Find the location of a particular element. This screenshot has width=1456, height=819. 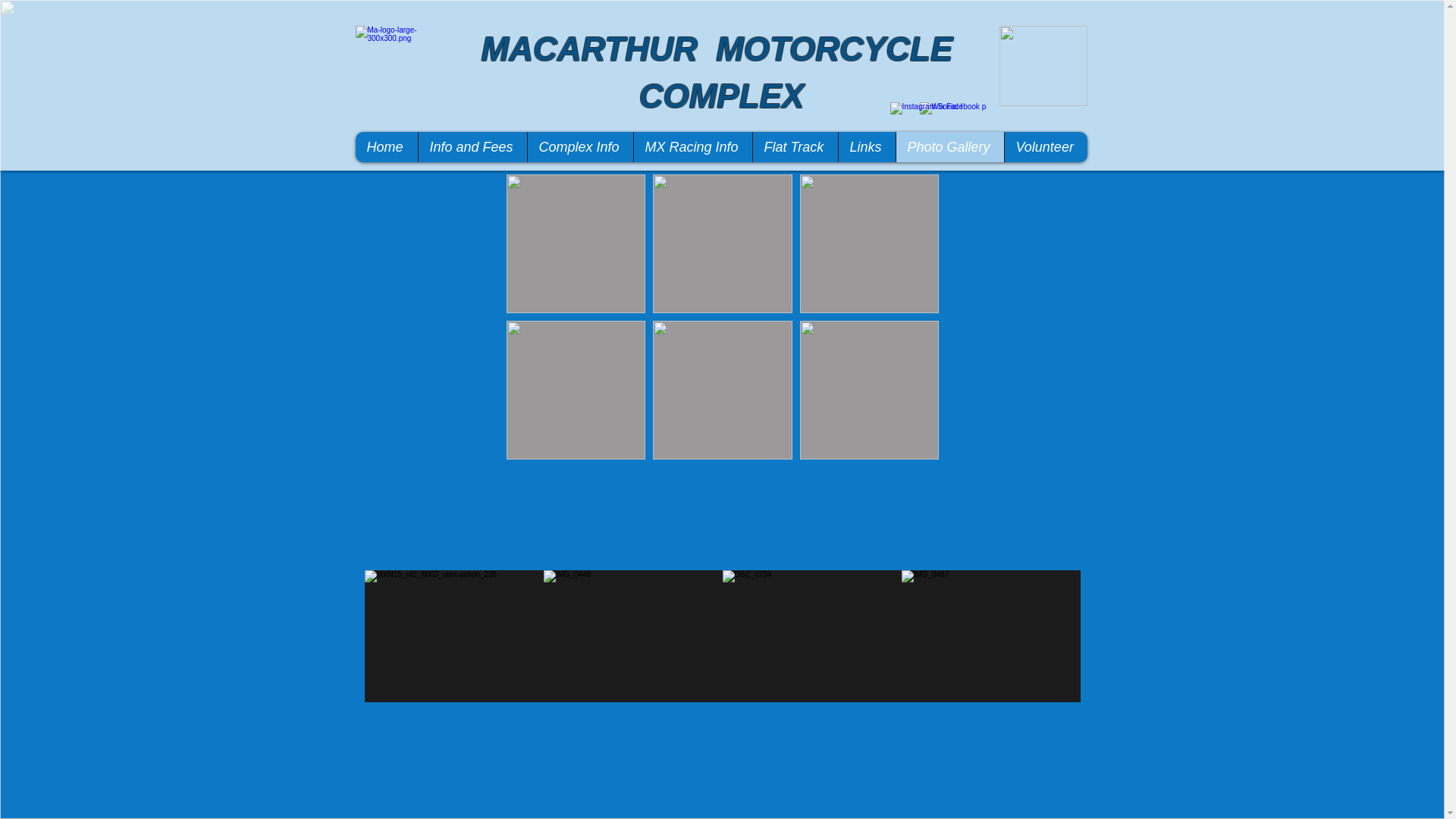

'Volunteer' is located at coordinates (1044, 146).